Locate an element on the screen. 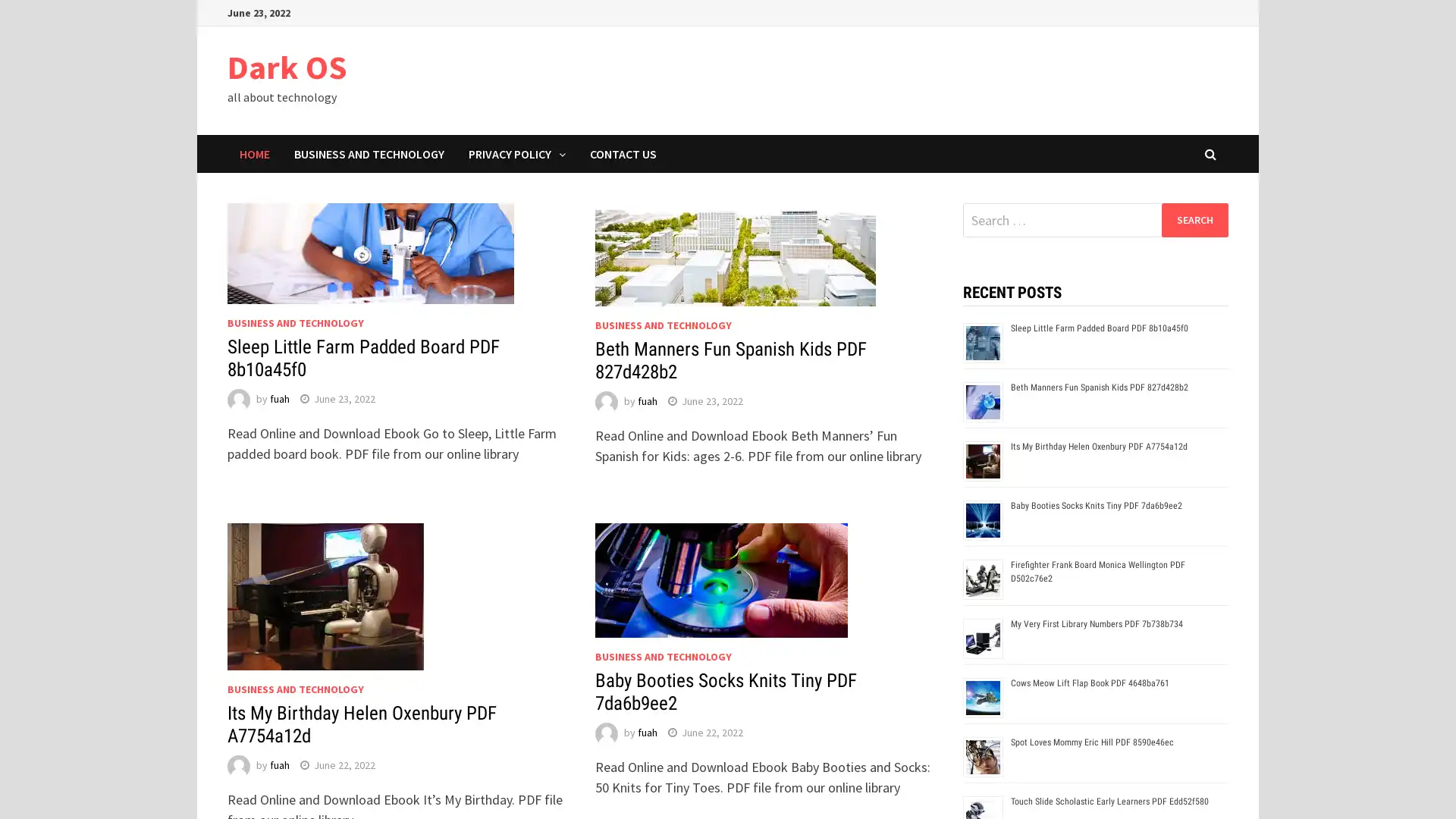  Search is located at coordinates (1194, 219).